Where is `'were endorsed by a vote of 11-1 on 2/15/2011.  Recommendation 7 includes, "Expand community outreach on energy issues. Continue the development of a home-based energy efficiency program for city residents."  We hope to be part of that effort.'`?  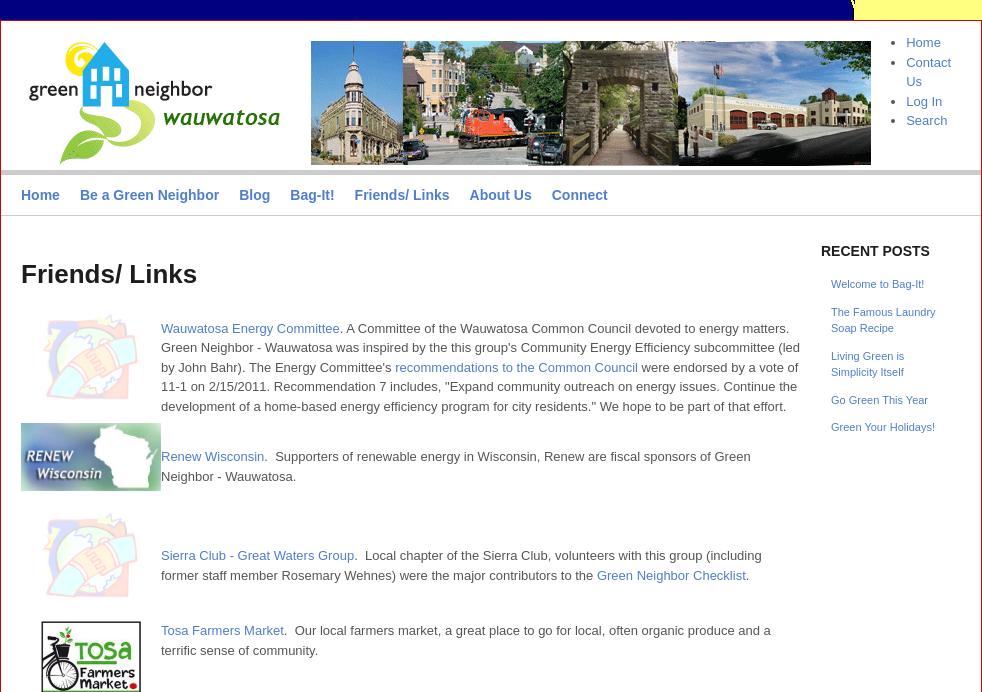
'were endorsed by a vote of 11-1 on 2/15/2011.  Recommendation 7 includes, "Expand community outreach on energy issues. Continue the development of a home-based energy efficiency program for city residents."  We hope to be part of that effort.' is located at coordinates (479, 385).